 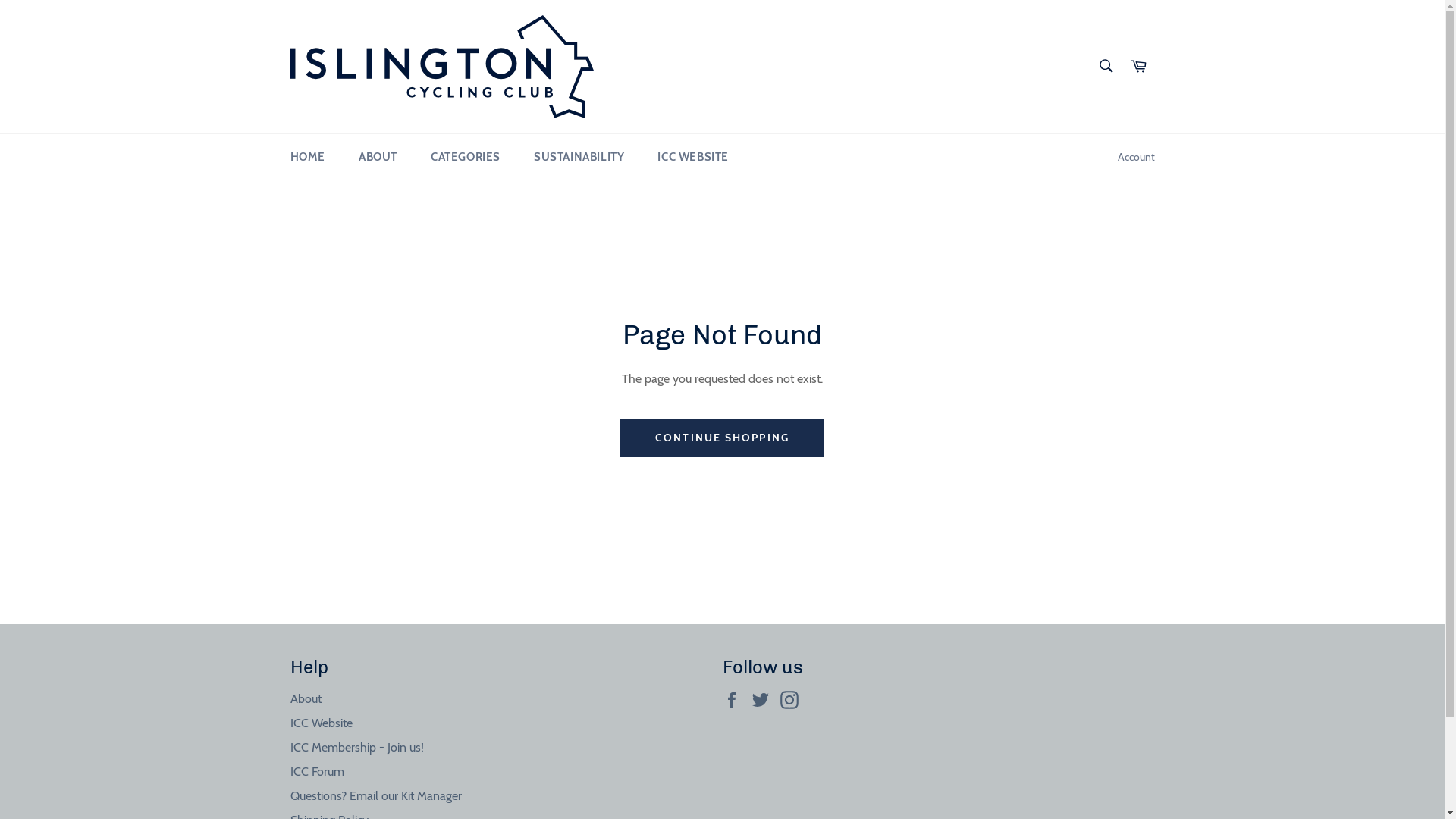 I want to click on 'HOME', so click(x=306, y=157).